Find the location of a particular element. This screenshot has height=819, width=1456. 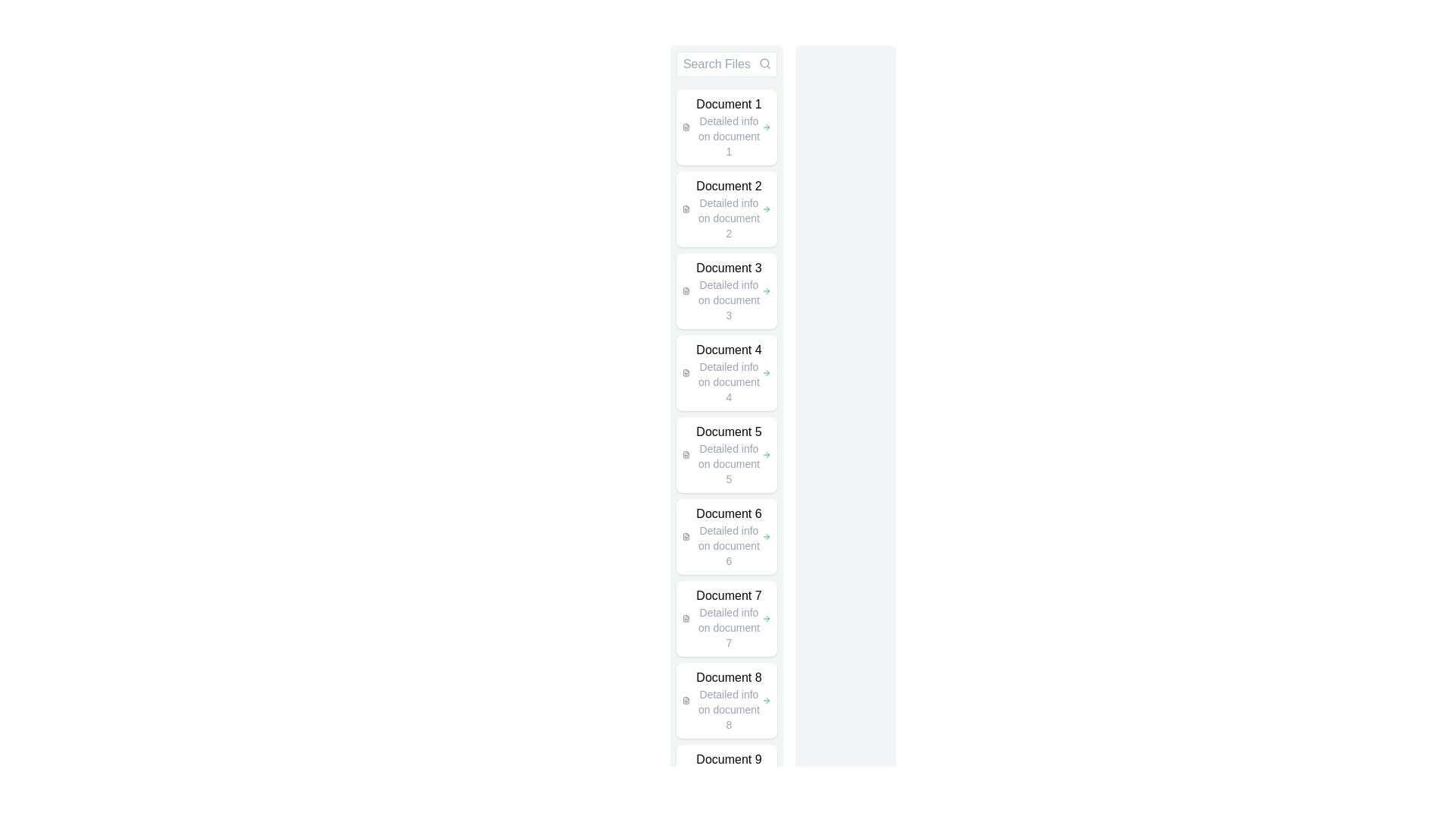

the clickable list item representing 'Document 4' is located at coordinates (726, 373).